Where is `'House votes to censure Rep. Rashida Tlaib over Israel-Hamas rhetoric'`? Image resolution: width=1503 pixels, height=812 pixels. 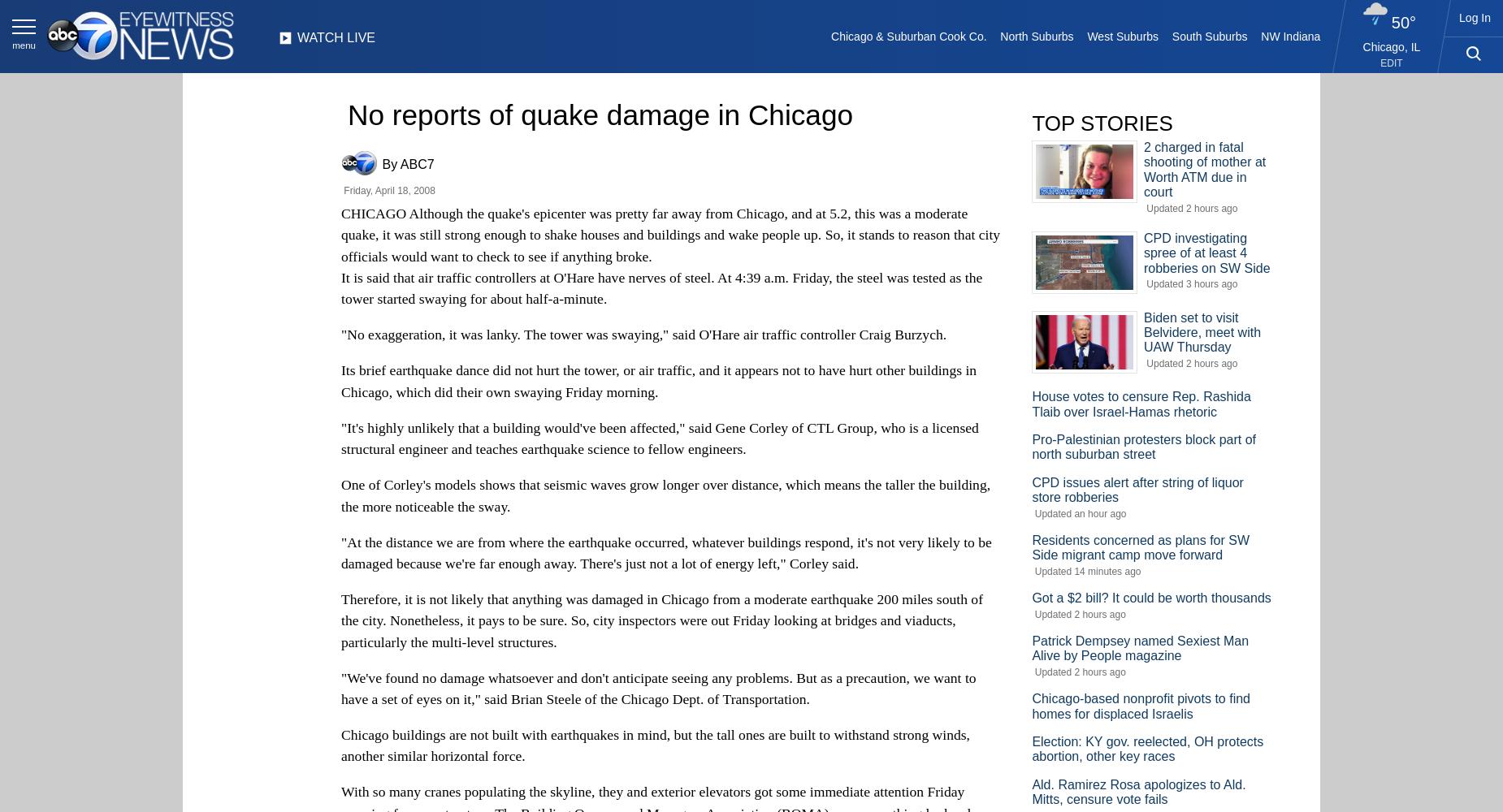
'House votes to censure Rep. Rashida Tlaib over Israel-Hamas rhetoric' is located at coordinates (1141, 403).